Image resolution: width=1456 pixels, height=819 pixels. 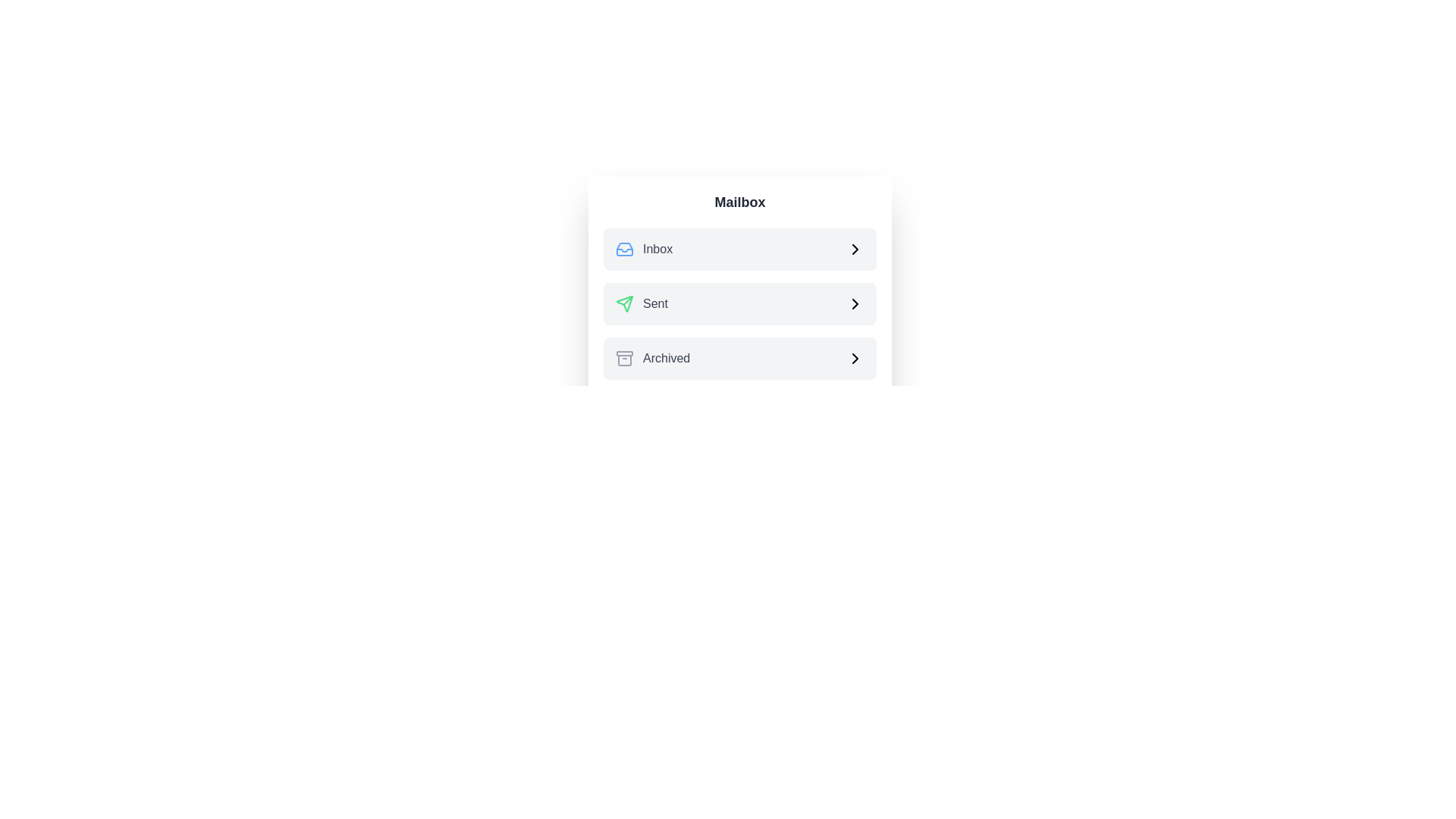 I want to click on the 'Archived' mailbox section in the clickable list, so click(x=739, y=359).